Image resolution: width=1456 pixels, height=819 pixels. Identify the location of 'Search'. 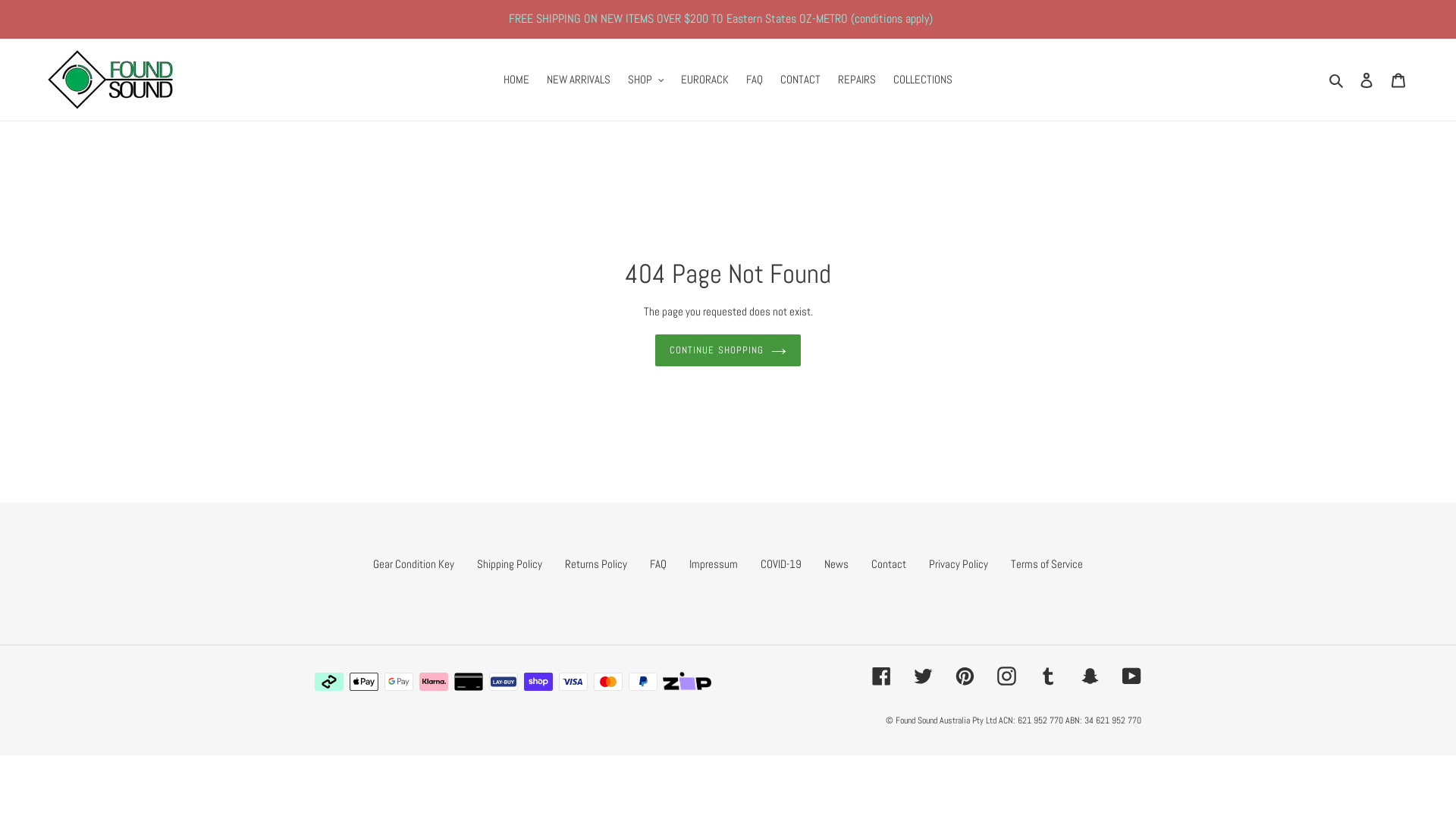
(1337, 80).